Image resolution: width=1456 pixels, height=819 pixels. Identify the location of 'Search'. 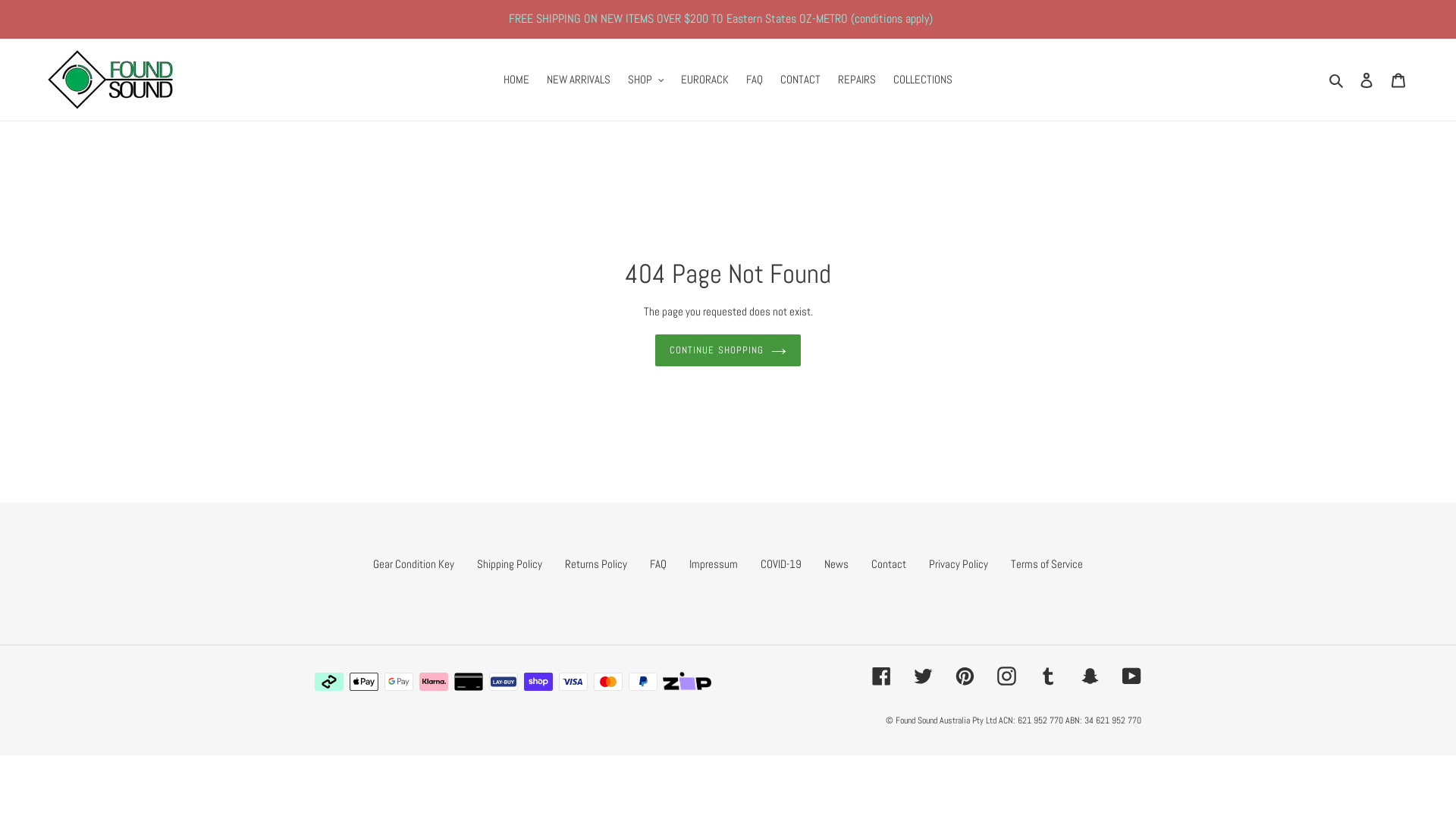
(1337, 80).